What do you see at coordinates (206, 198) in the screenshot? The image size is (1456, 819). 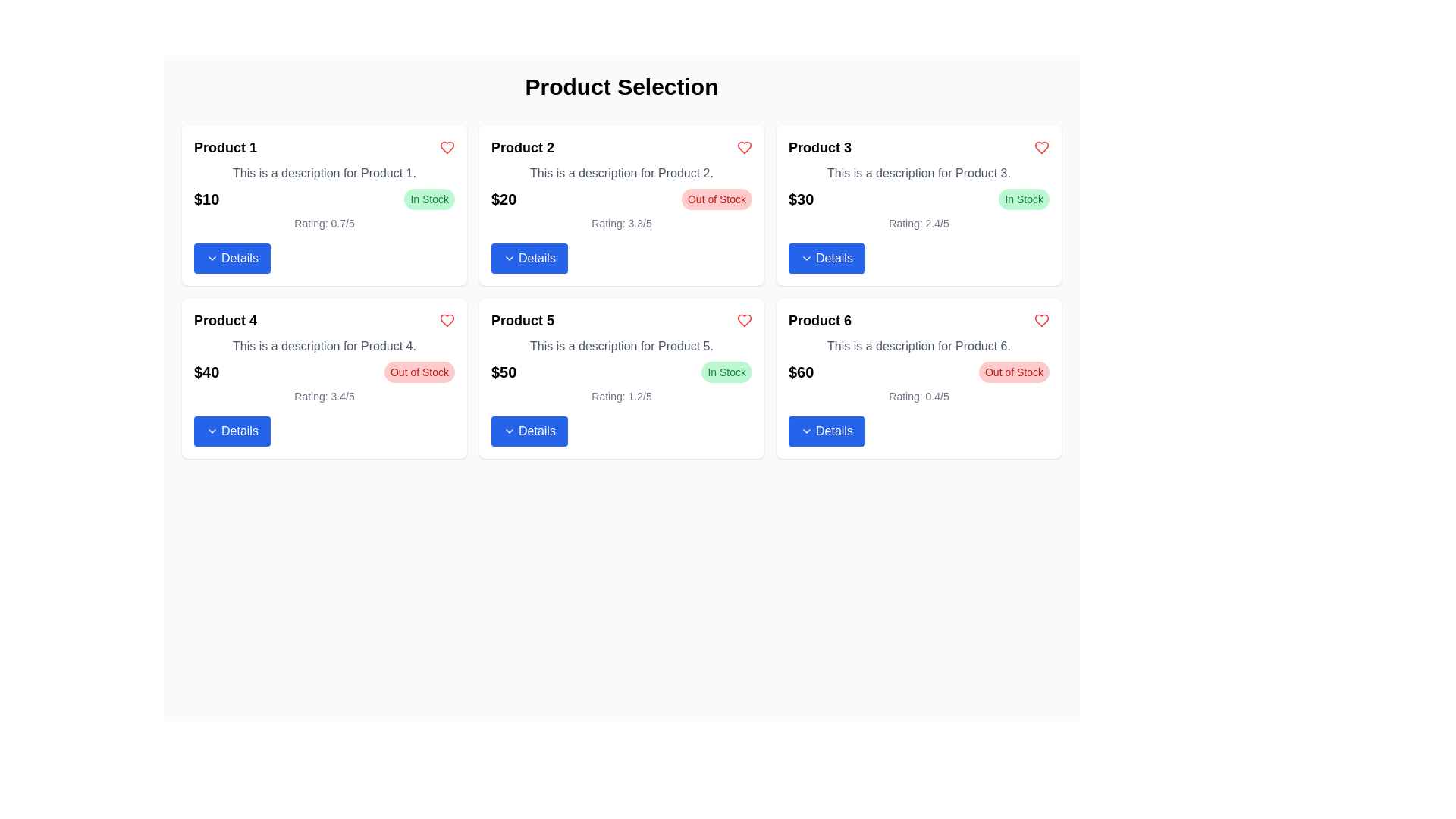 I see `the price indicator text label for 'Product 1', which is located near the top left of the product card, to the left of the 'In Stock' label and above the 'Details' button` at bounding box center [206, 198].